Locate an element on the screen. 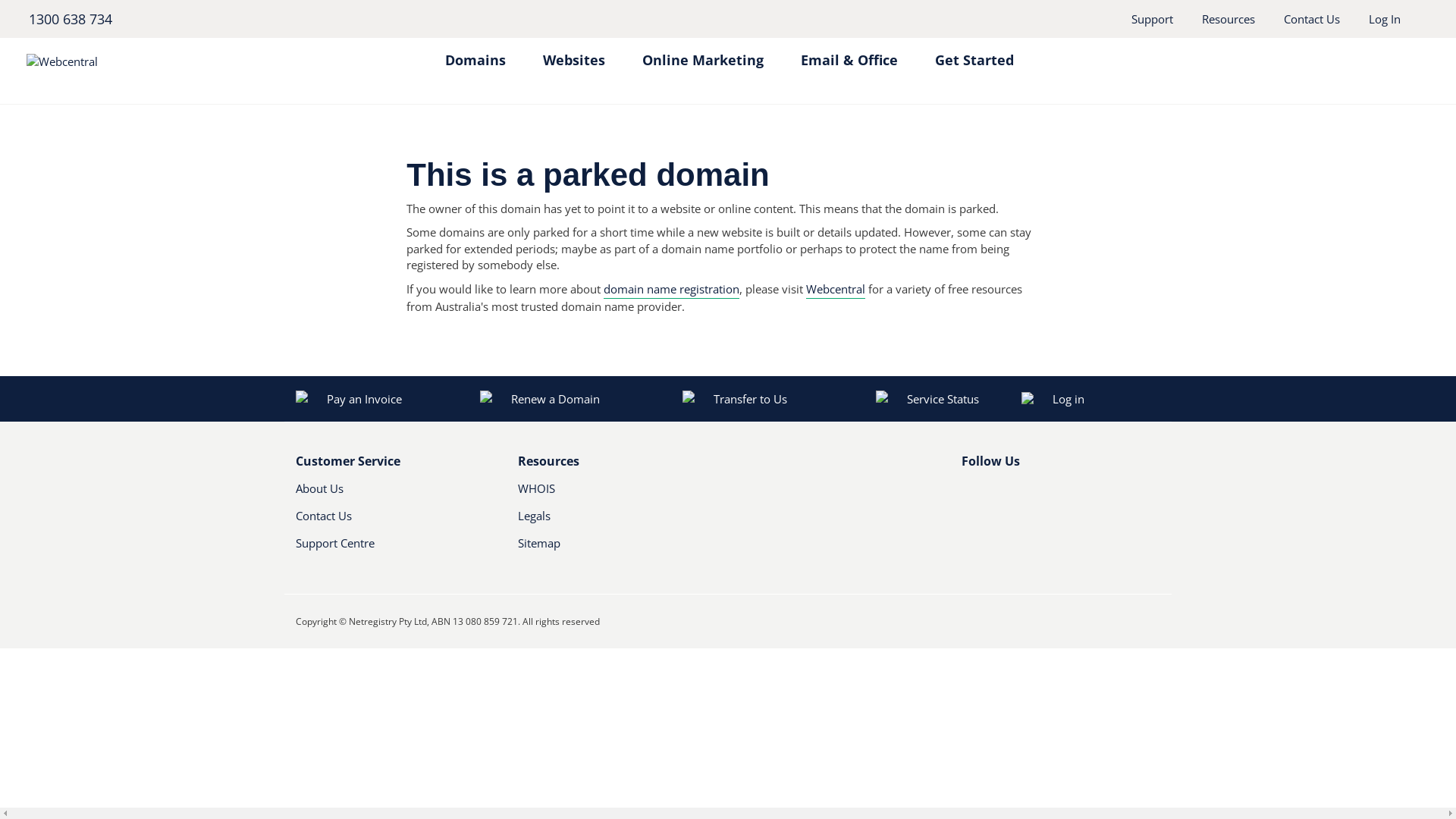 This screenshot has width=1456, height=819. 'Online Marketing' is located at coordinates (701, 52).